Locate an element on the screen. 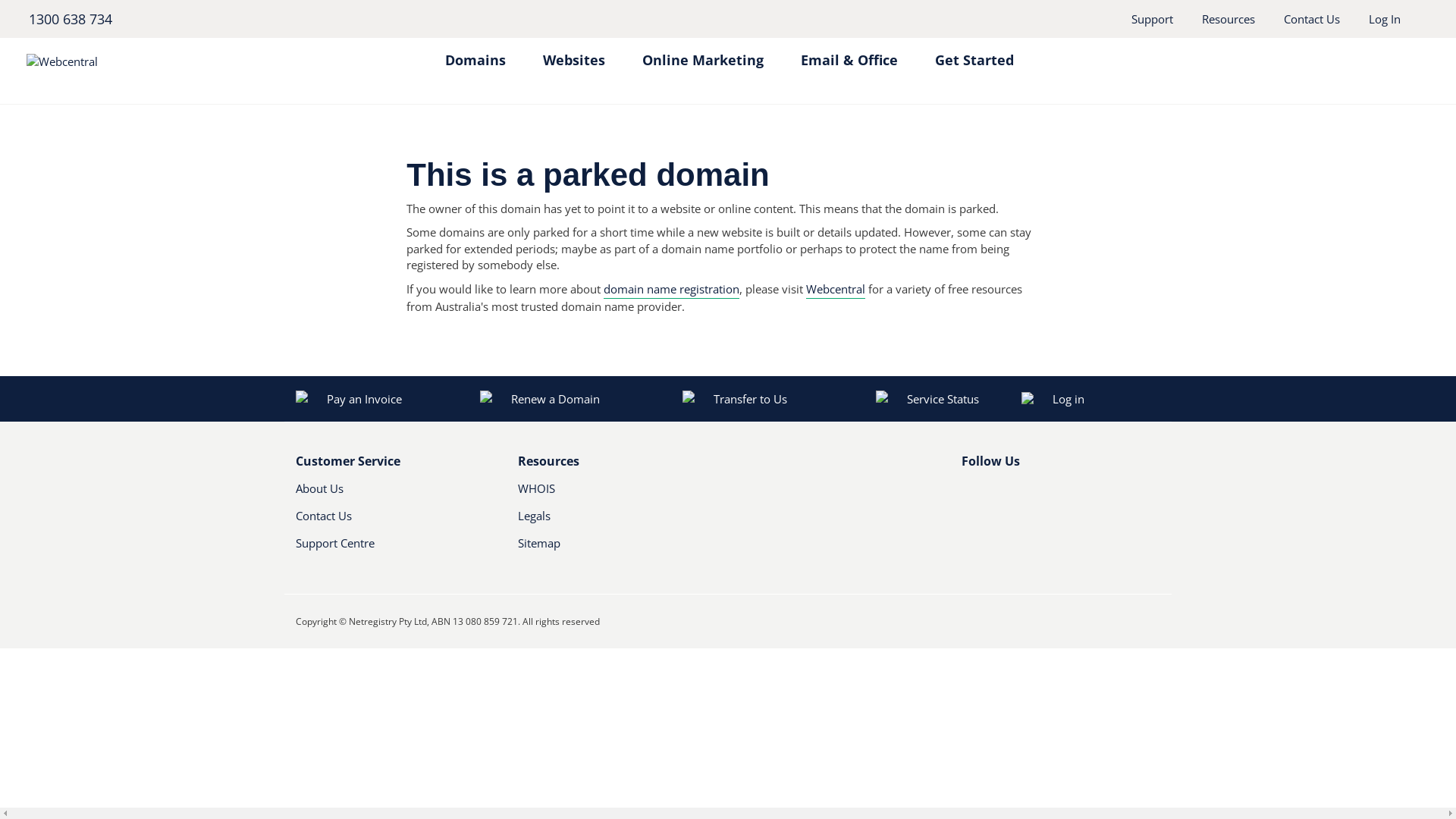 This screenshot has width=1456, height=819. 'Online Marketing' is located at coordinates (701, 52).